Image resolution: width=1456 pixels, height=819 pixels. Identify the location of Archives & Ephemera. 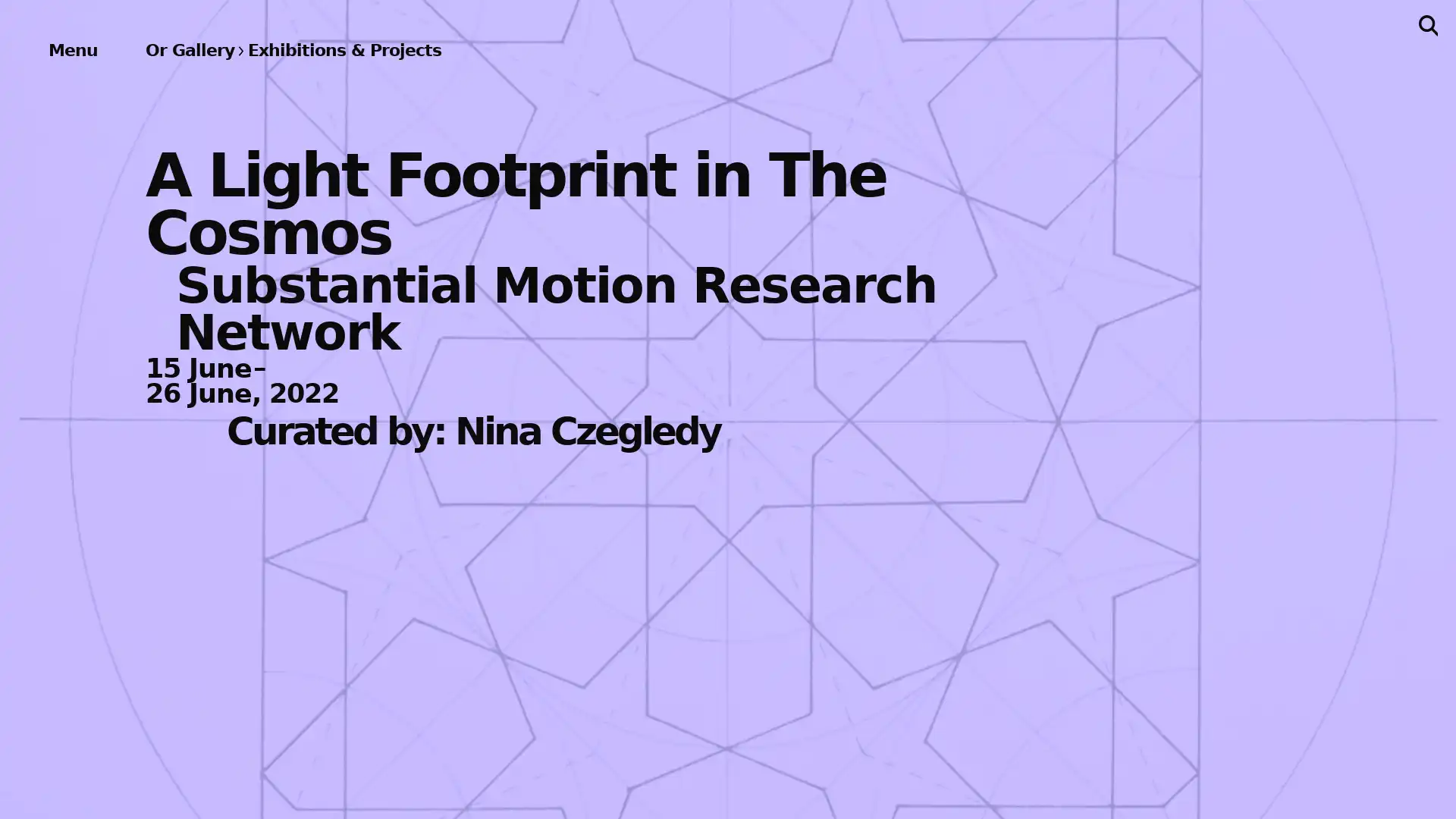
(329, 516).